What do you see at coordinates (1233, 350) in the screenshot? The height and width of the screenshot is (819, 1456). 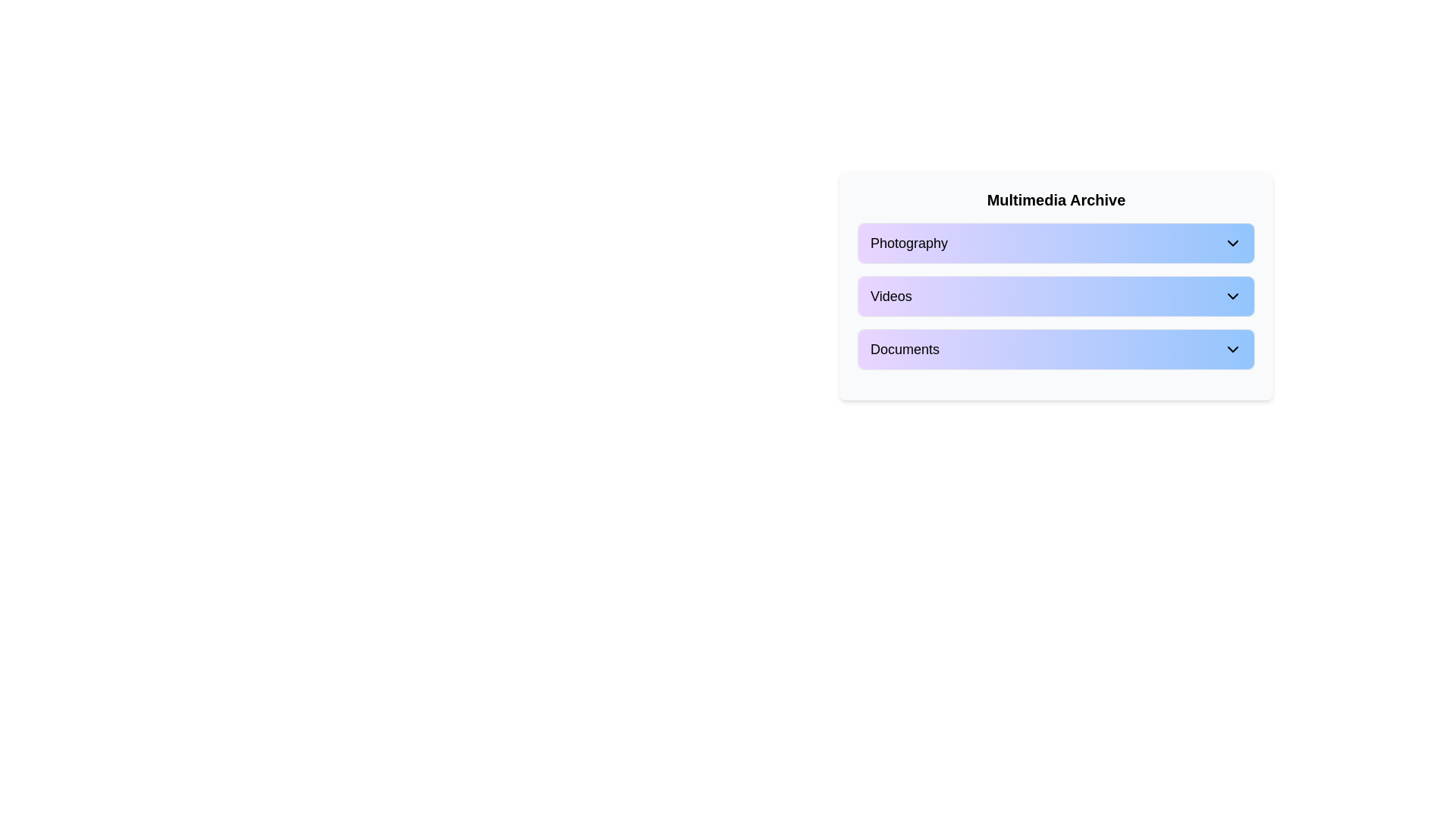 I see `the chevron-down icon at the far right of the 'Documents' button` at bounding box center [1233, 350].